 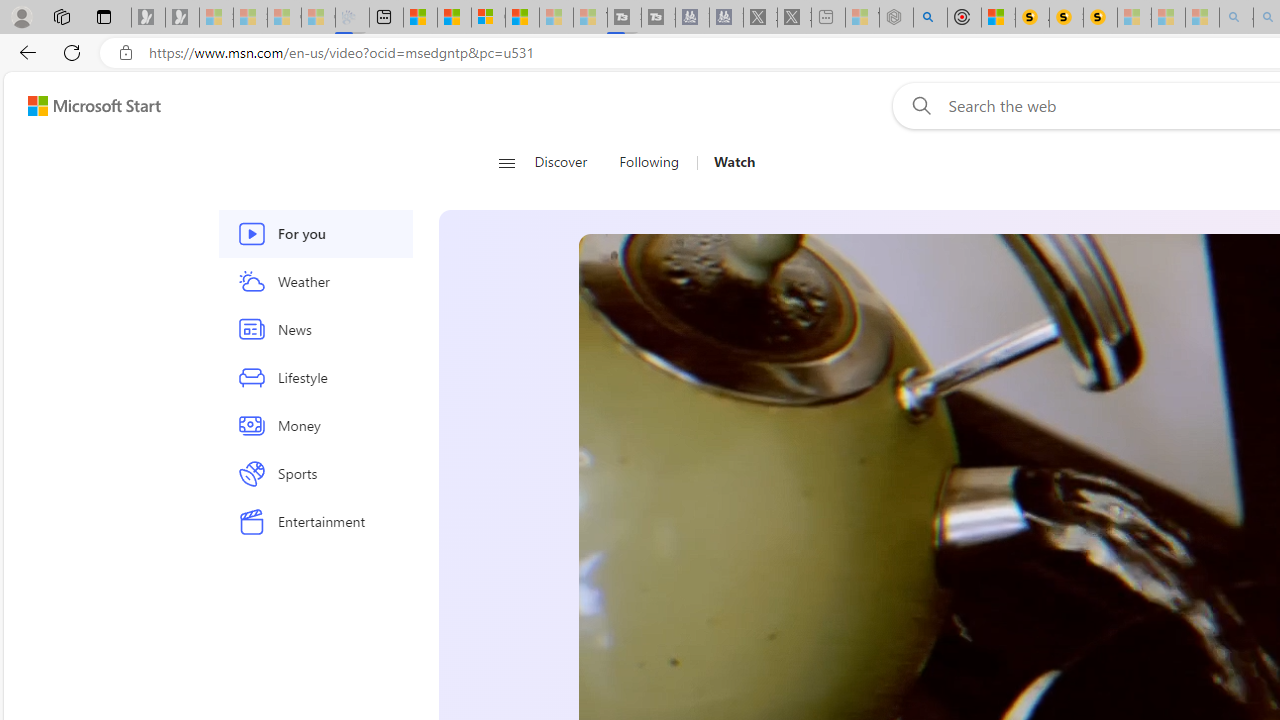 I want to click on 'Class: button-glyph', so click(x=506, y=162).